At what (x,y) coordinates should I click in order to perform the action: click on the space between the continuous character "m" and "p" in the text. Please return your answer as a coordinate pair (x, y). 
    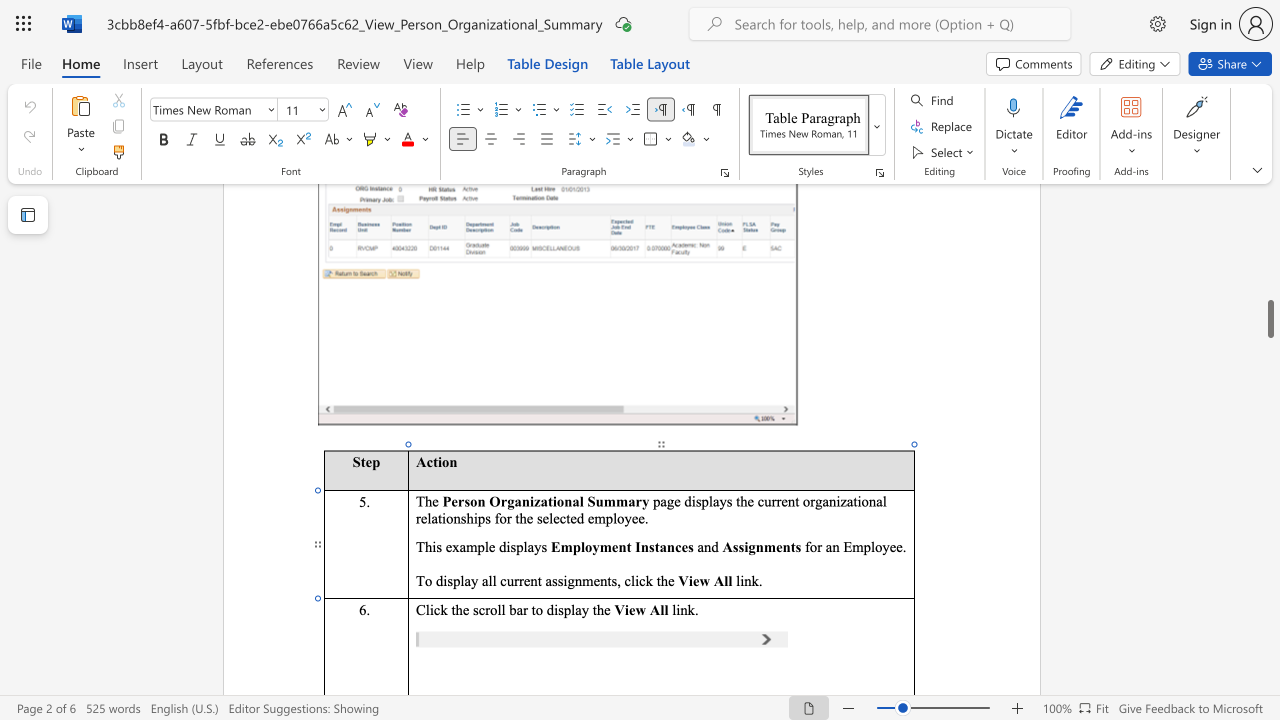
    Looking at the image, I should click on (862, 547).